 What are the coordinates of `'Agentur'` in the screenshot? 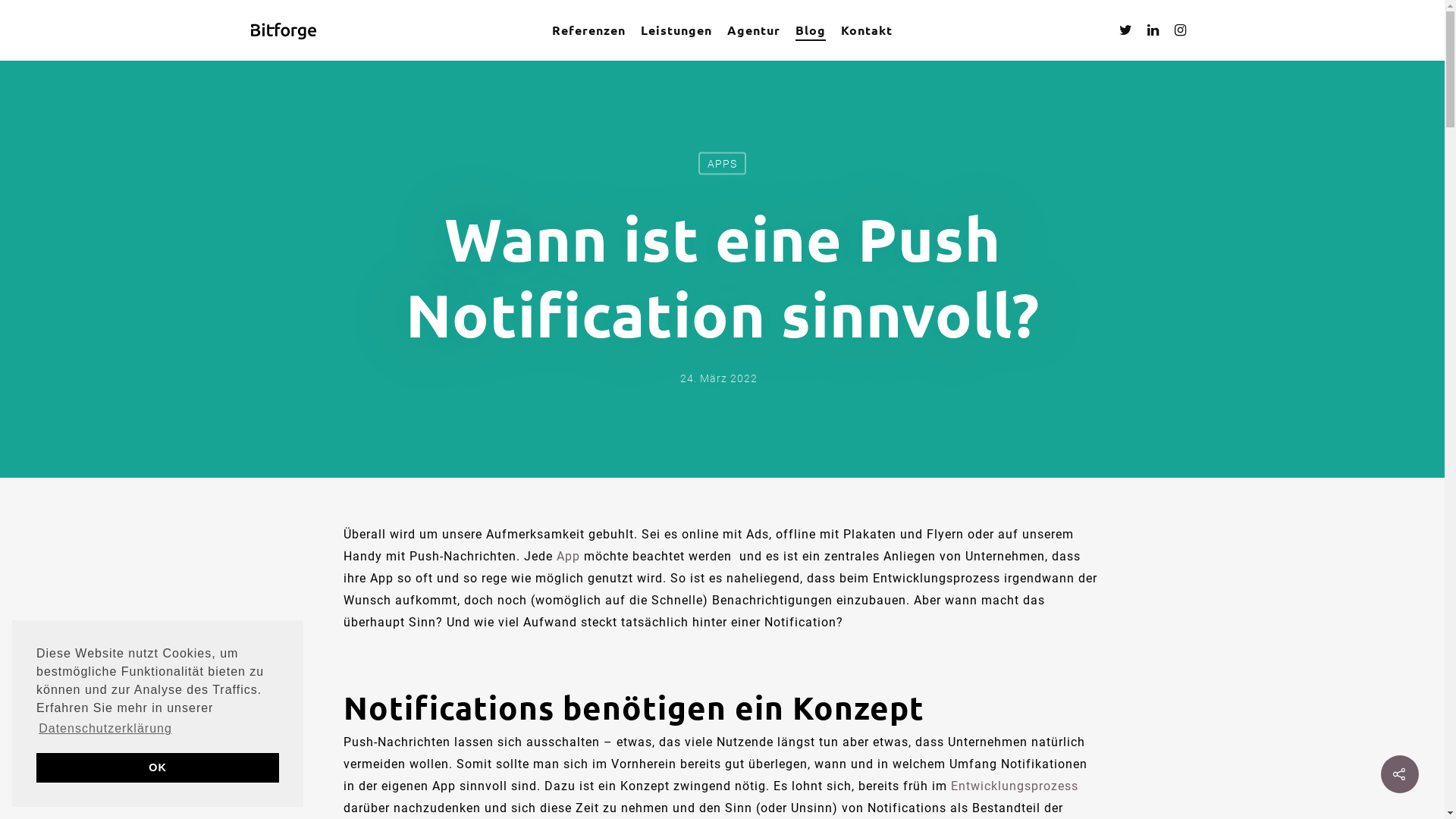 It's located at (726, 30).